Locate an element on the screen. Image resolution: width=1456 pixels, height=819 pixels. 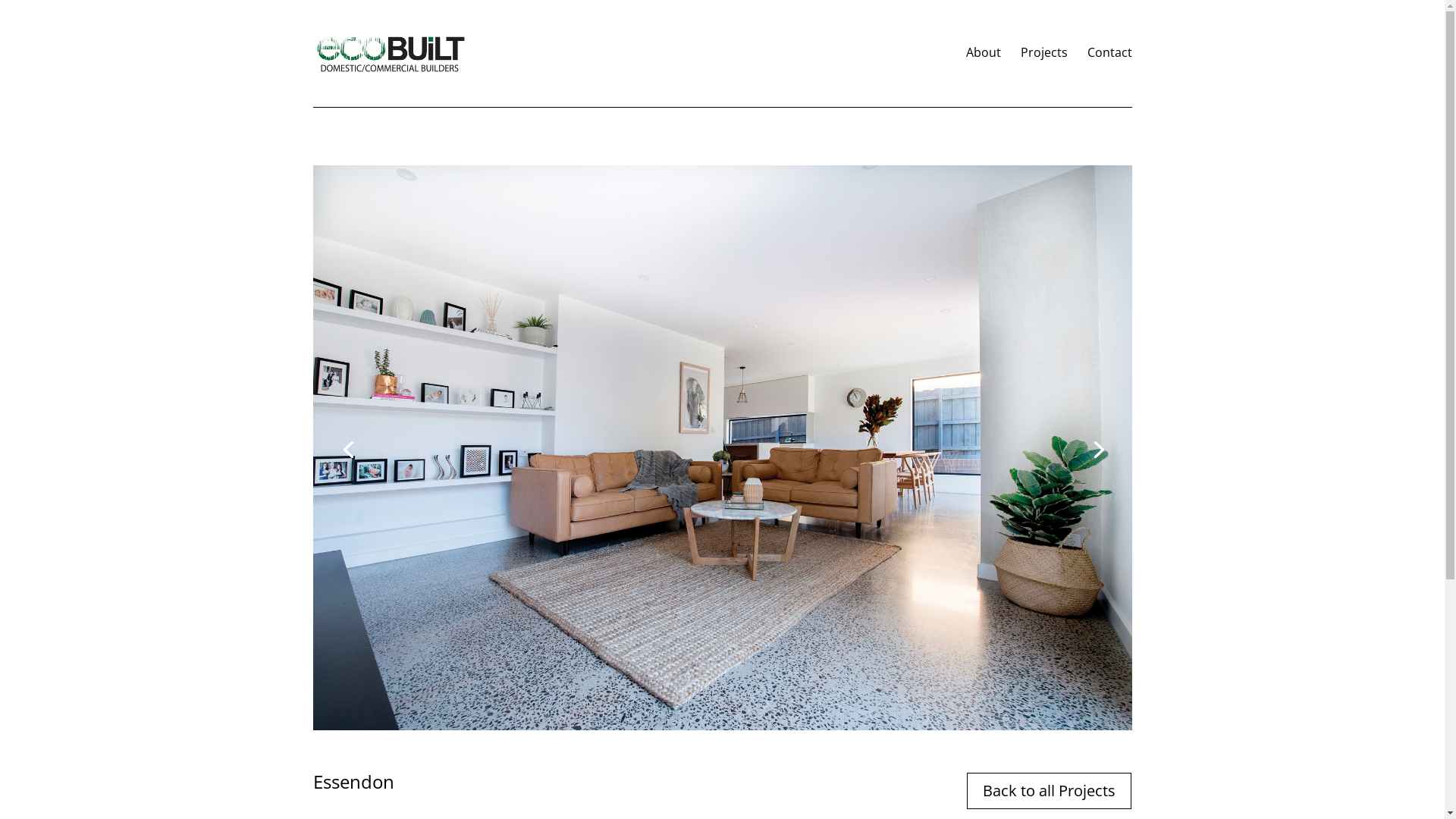
'Contact' is located at coordinates (1109, 76).